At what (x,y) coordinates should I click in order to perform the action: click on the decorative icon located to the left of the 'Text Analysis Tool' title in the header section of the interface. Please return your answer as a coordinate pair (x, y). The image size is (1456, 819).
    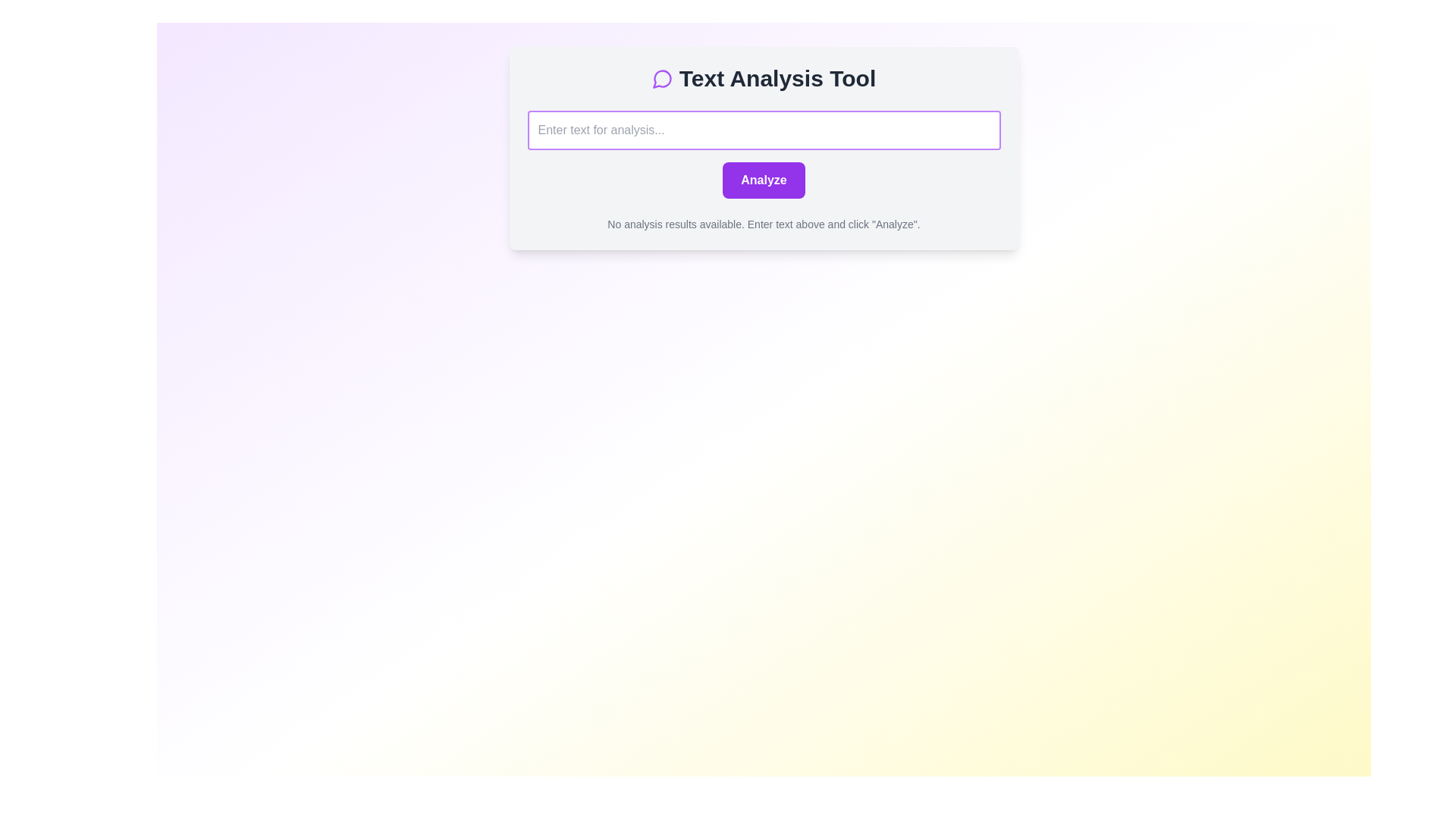
    Looking at the image, I should click on (662, 79).